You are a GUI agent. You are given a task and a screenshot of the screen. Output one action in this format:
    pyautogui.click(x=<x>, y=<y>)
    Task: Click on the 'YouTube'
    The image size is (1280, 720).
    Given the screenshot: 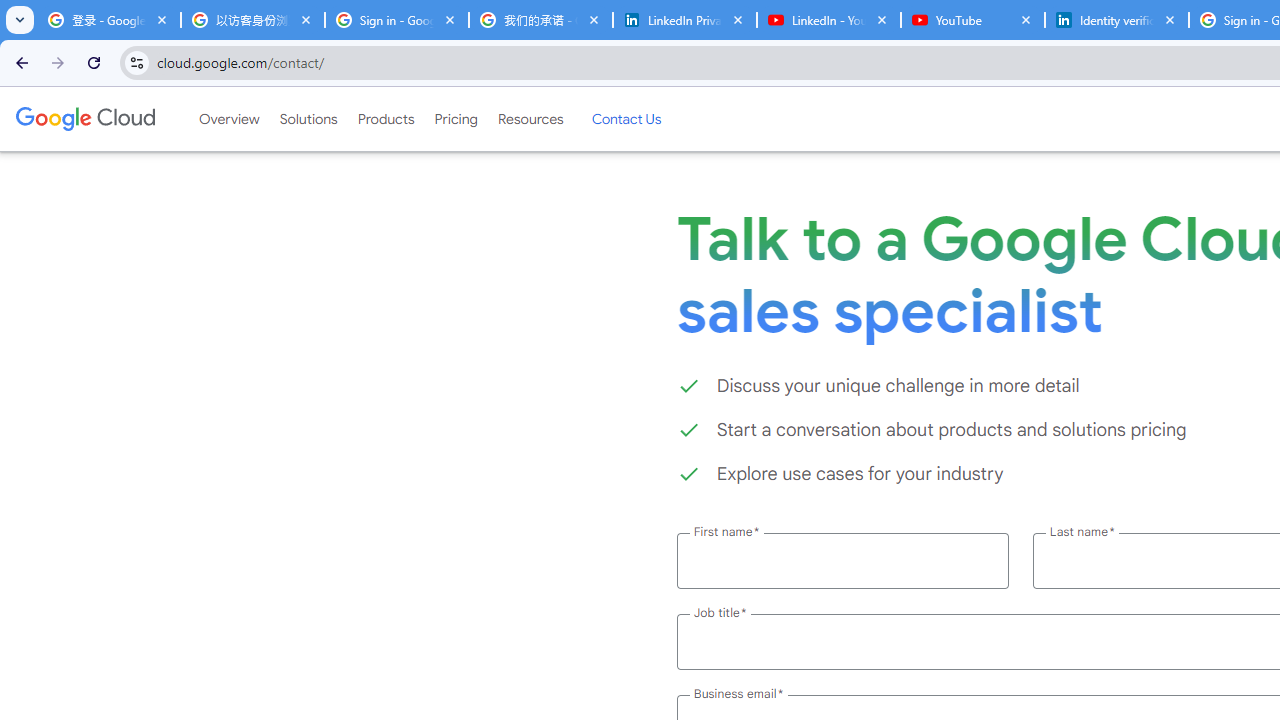 What is the action you would take?
    pyautogui.click(x=972, y=20)
    